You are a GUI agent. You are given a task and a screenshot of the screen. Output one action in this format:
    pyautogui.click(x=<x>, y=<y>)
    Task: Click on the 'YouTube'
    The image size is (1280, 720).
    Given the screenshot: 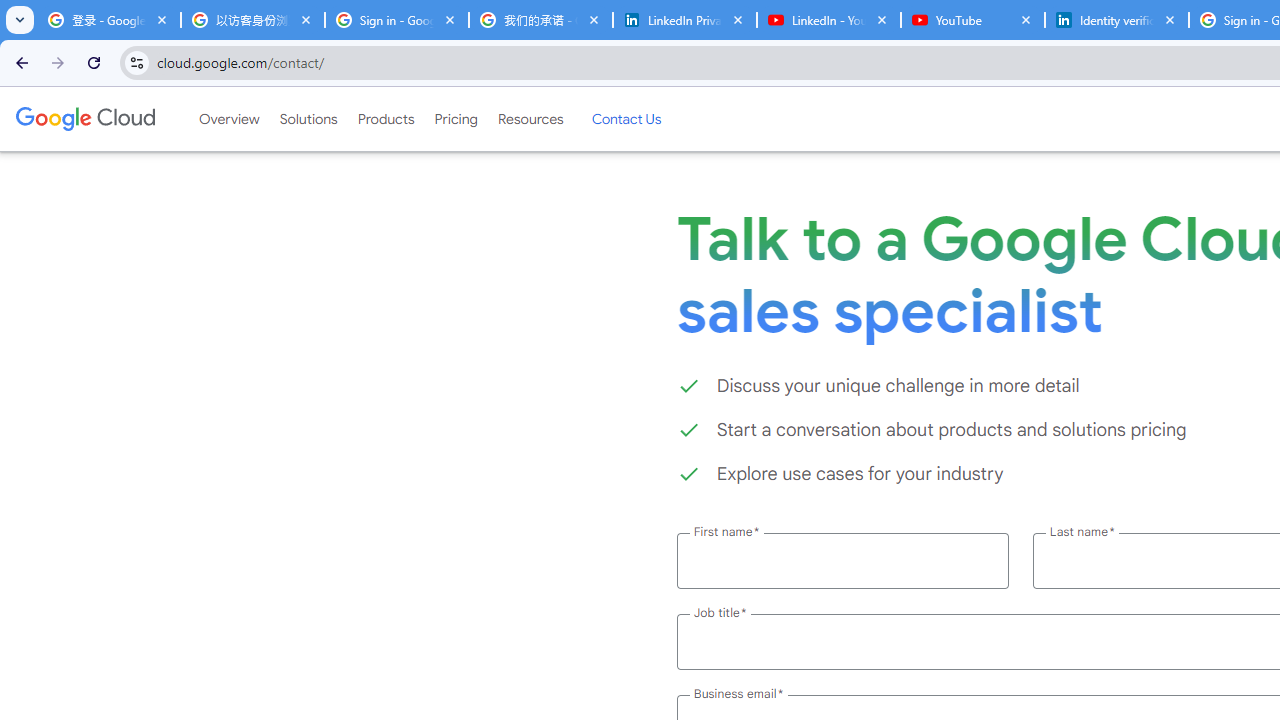 What is the action you would take?
    pyautogui.click(x=972, y=20)
    